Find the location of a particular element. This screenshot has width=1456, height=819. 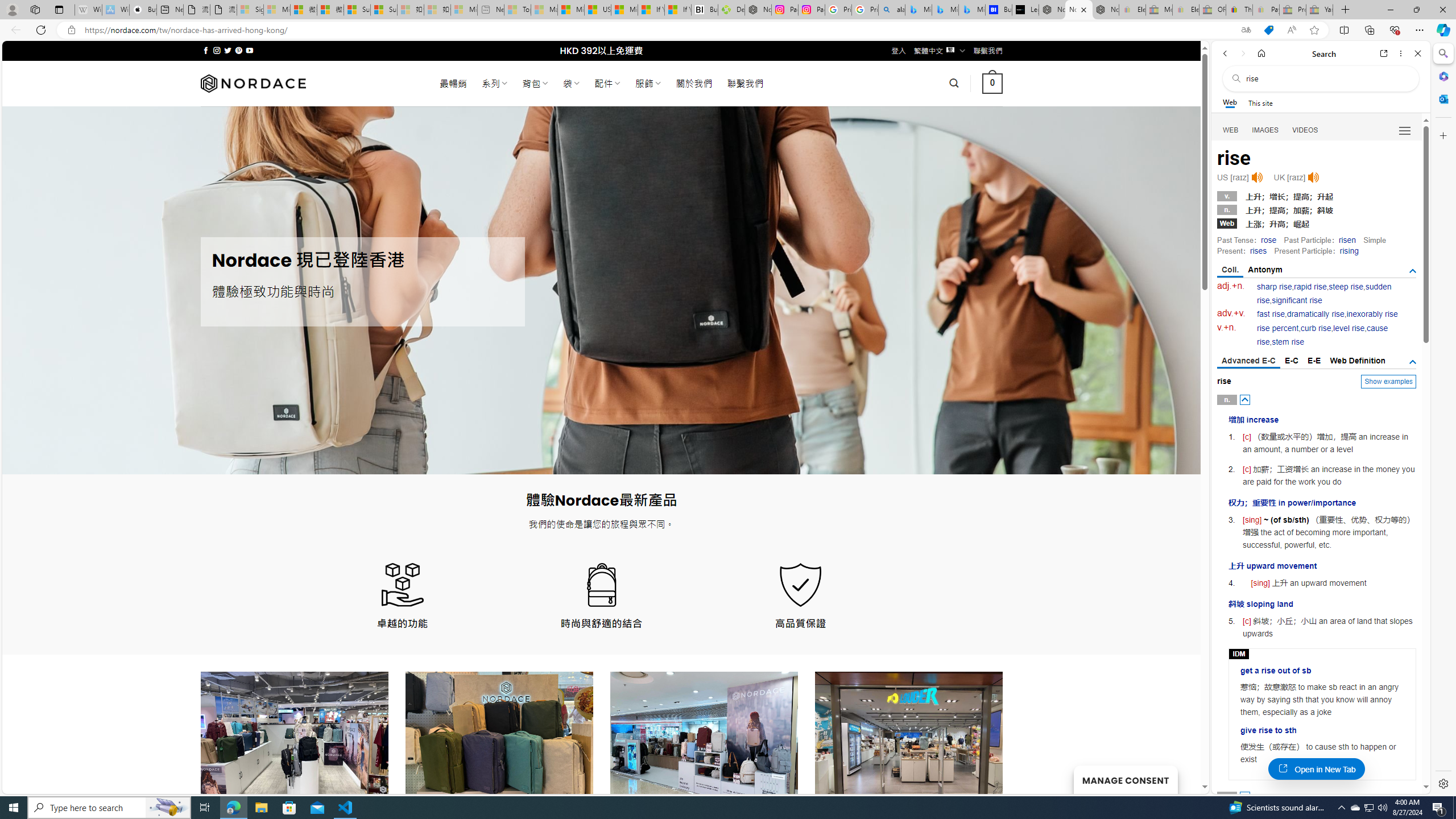

'Payments Terms of Use | eBay.com - Sleeping' is located at coordinates (1265, 9).